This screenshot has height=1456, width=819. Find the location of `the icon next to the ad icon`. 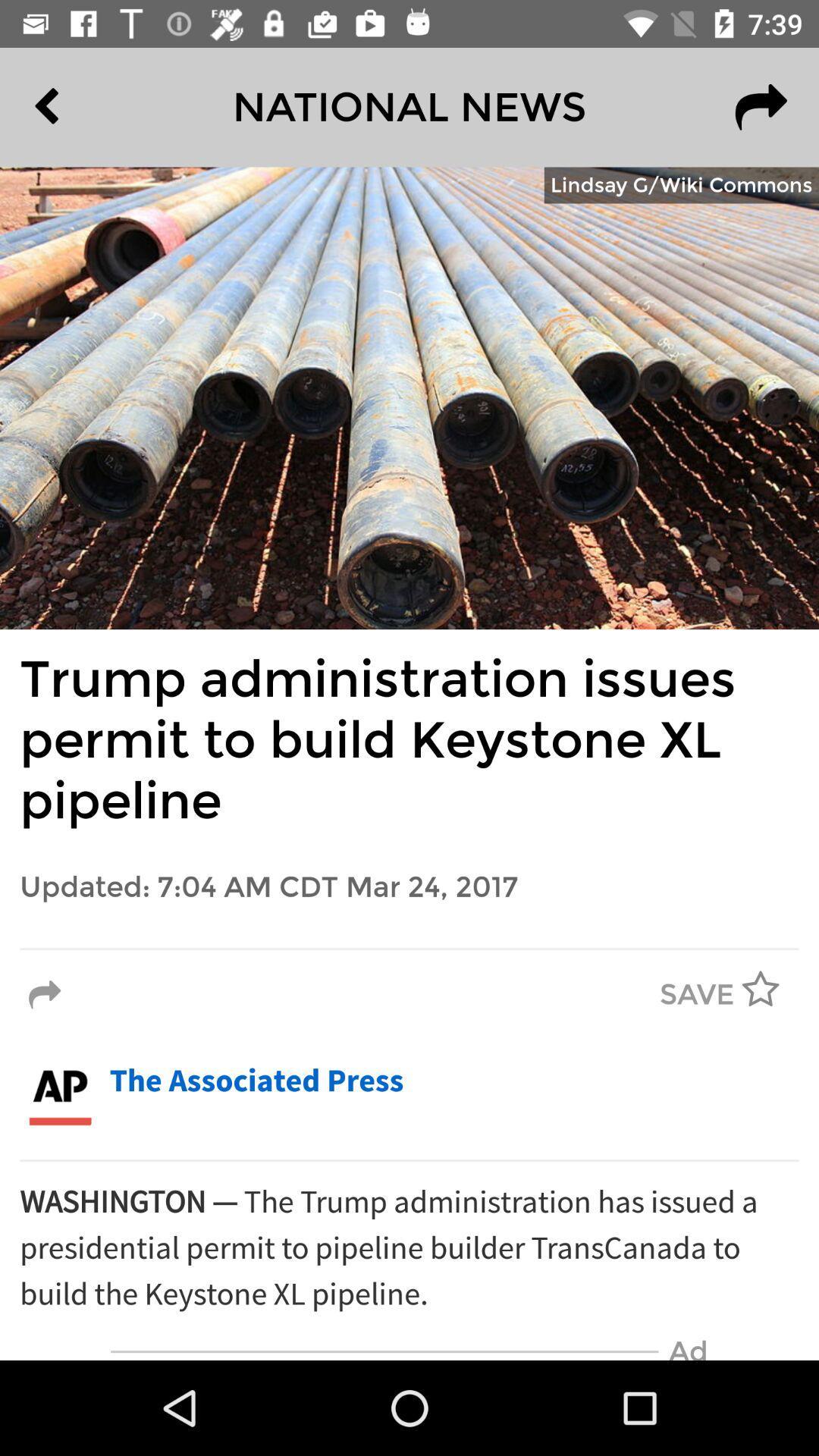

the icon next to the ad icon is located at coordinates (384, 1351).